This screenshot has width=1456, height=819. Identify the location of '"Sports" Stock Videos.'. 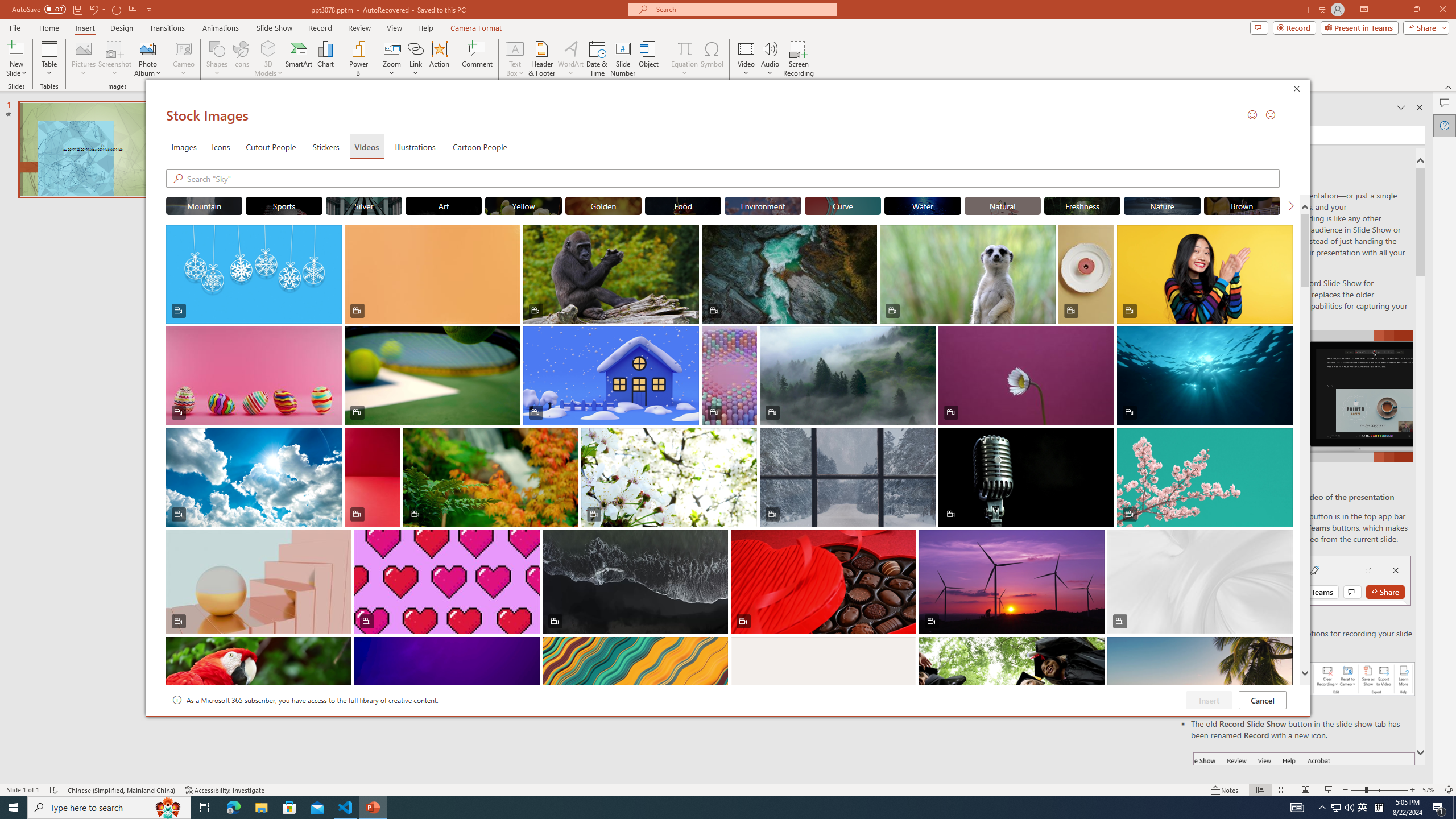
(283, 205).